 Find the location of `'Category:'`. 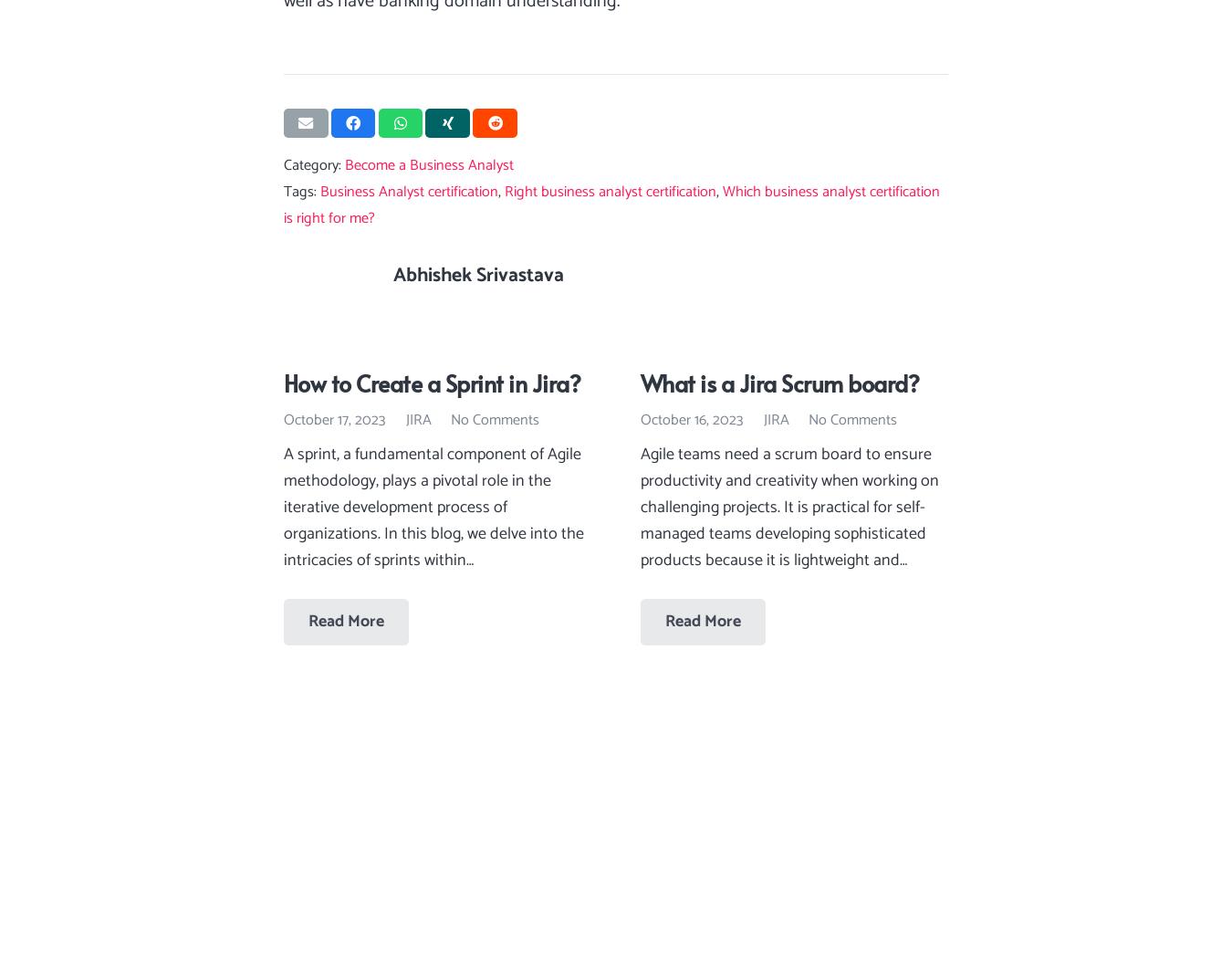

'Category:' is located at coordinates (314, 165).